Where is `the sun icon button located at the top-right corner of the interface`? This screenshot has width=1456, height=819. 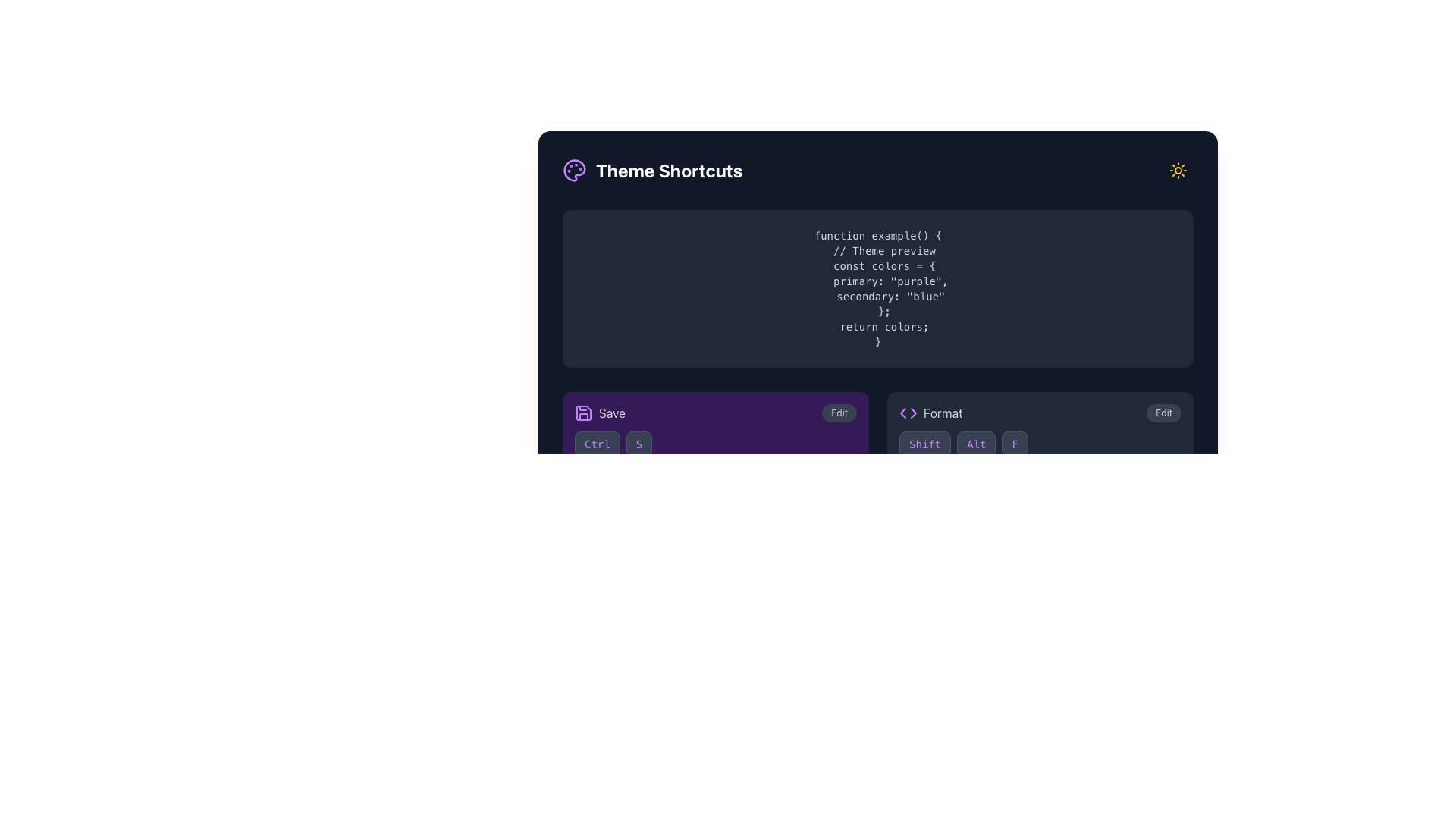
the sun icon button located at the top-right corner of the interface is located at coordinates (1178, 170).